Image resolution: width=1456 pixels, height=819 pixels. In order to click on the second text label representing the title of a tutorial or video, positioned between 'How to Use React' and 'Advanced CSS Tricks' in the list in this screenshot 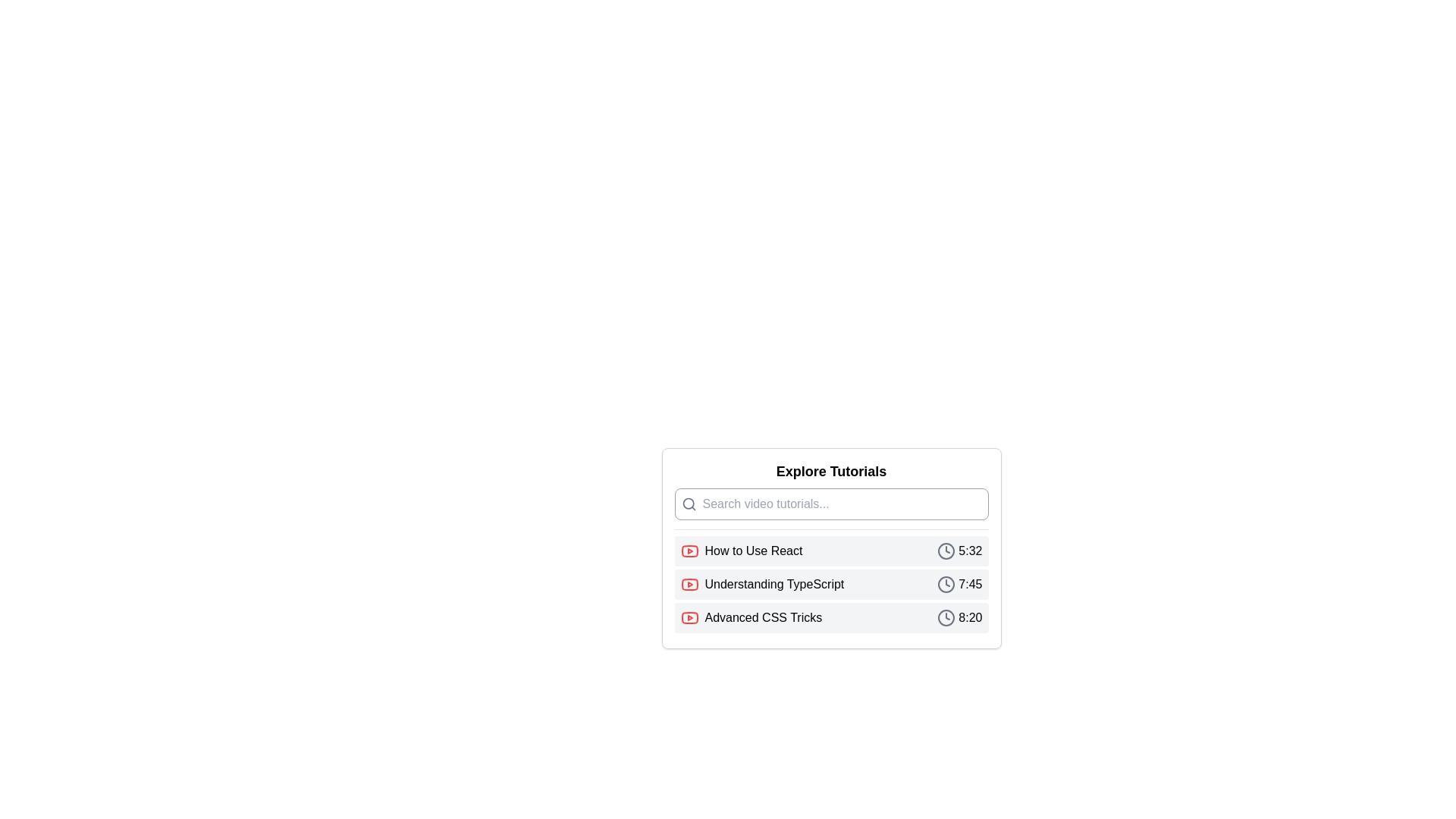, I will do `click(774, 584)`.